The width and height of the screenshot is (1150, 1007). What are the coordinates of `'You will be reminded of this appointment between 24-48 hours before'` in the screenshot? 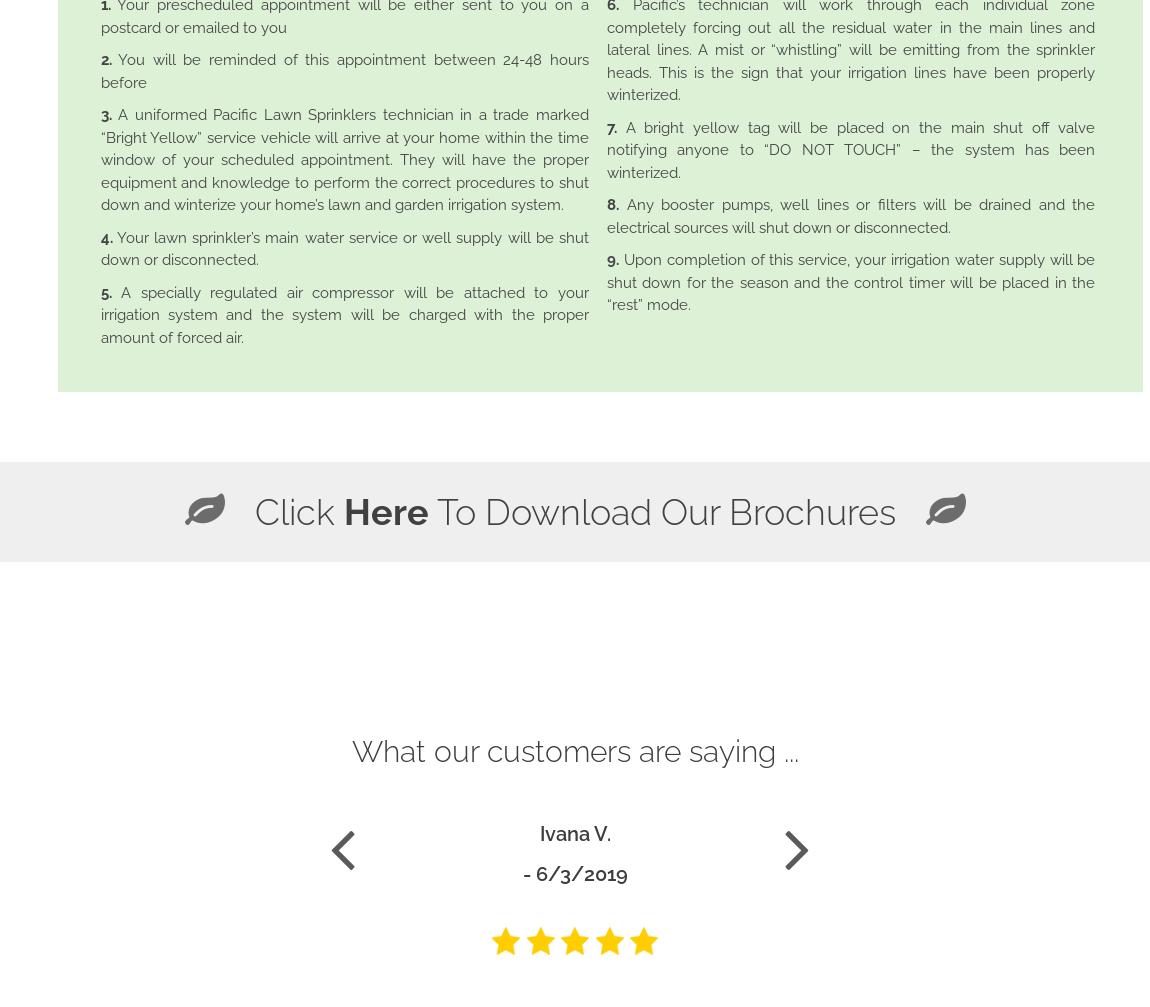 It's located at (343, 70).